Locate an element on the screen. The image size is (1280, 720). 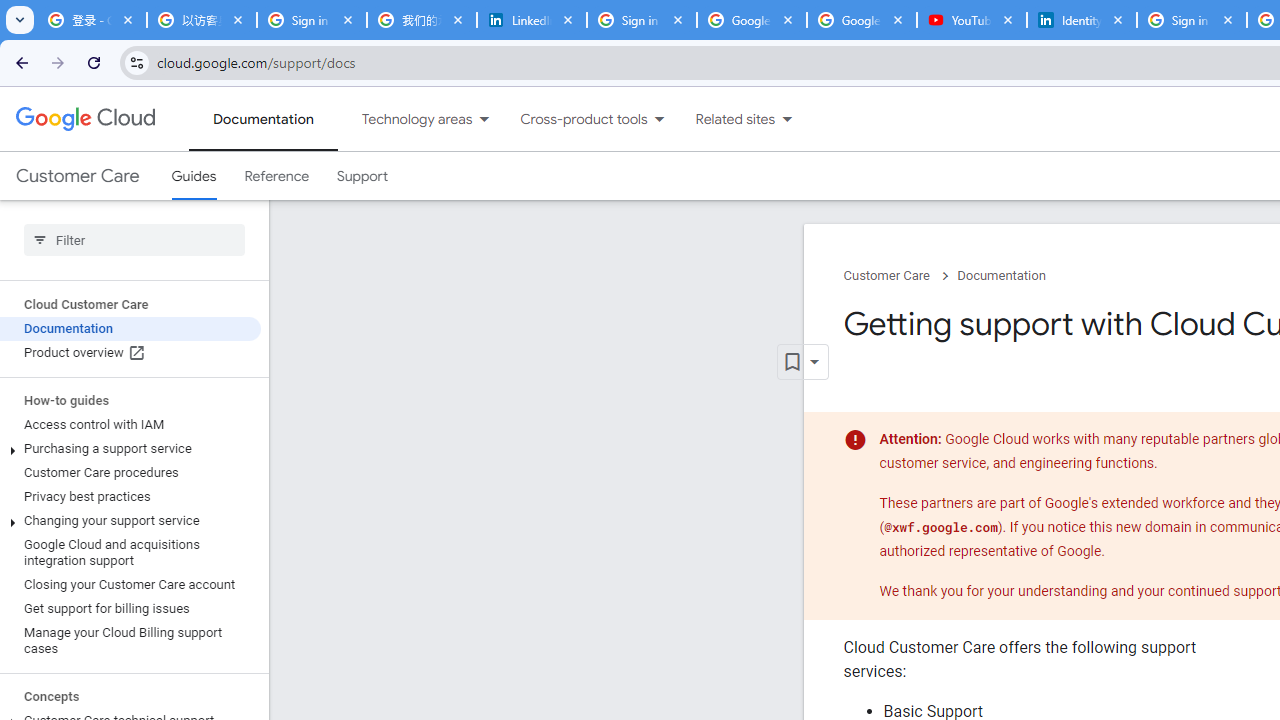
'Technology areas' is located at coordinates (404, 119).